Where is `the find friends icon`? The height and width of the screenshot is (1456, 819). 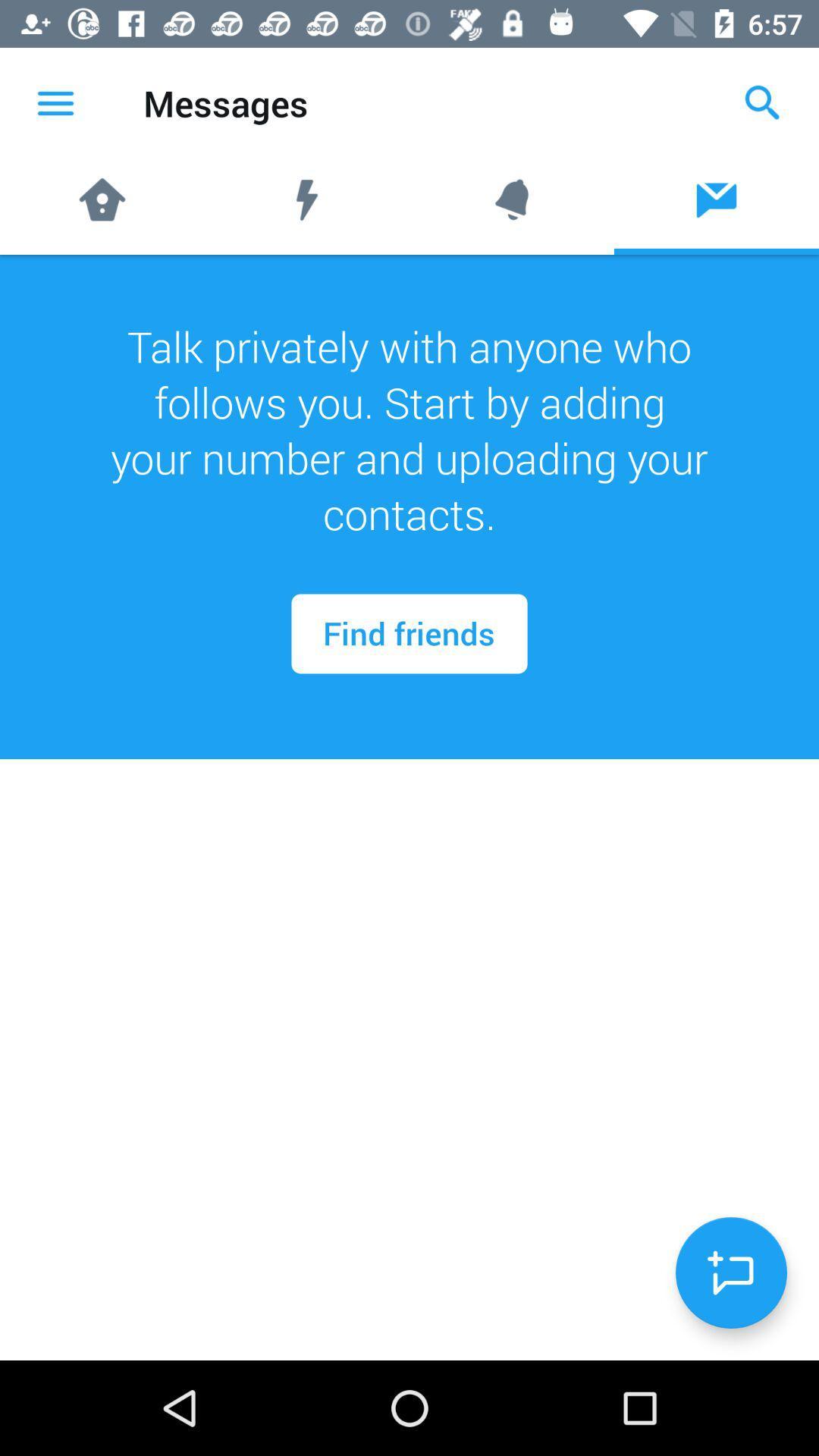 the find friends icon is located at coordinates (409, 633).